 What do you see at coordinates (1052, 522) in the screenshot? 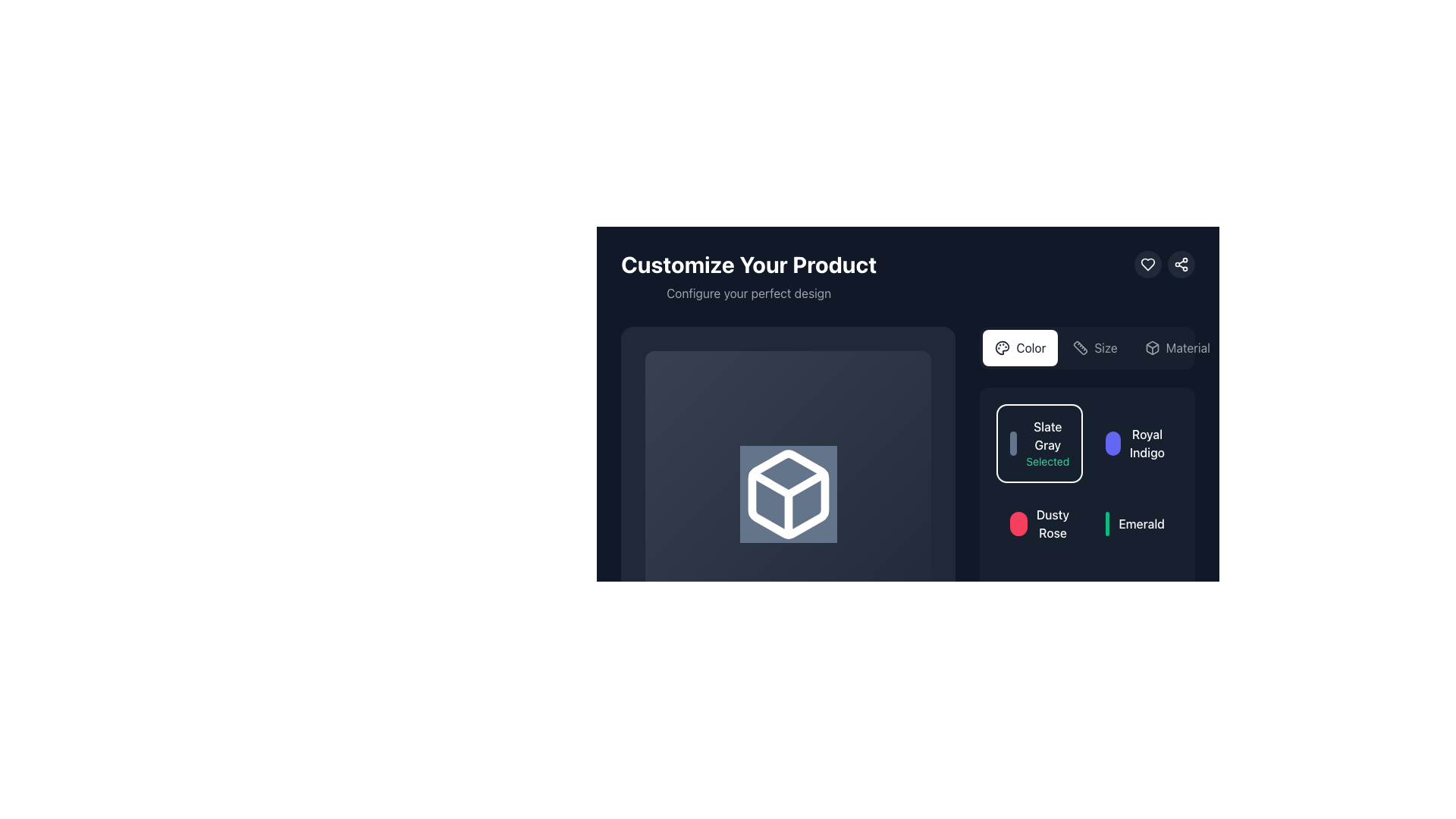
I see `the 'Dusty Rose' color option label, which is styled in a clear font on a dark background and positioned below 'Slate Gray' and adjacent to 'Royal Indigo' and 'Emerald'` at bounding box center [1052, 522].